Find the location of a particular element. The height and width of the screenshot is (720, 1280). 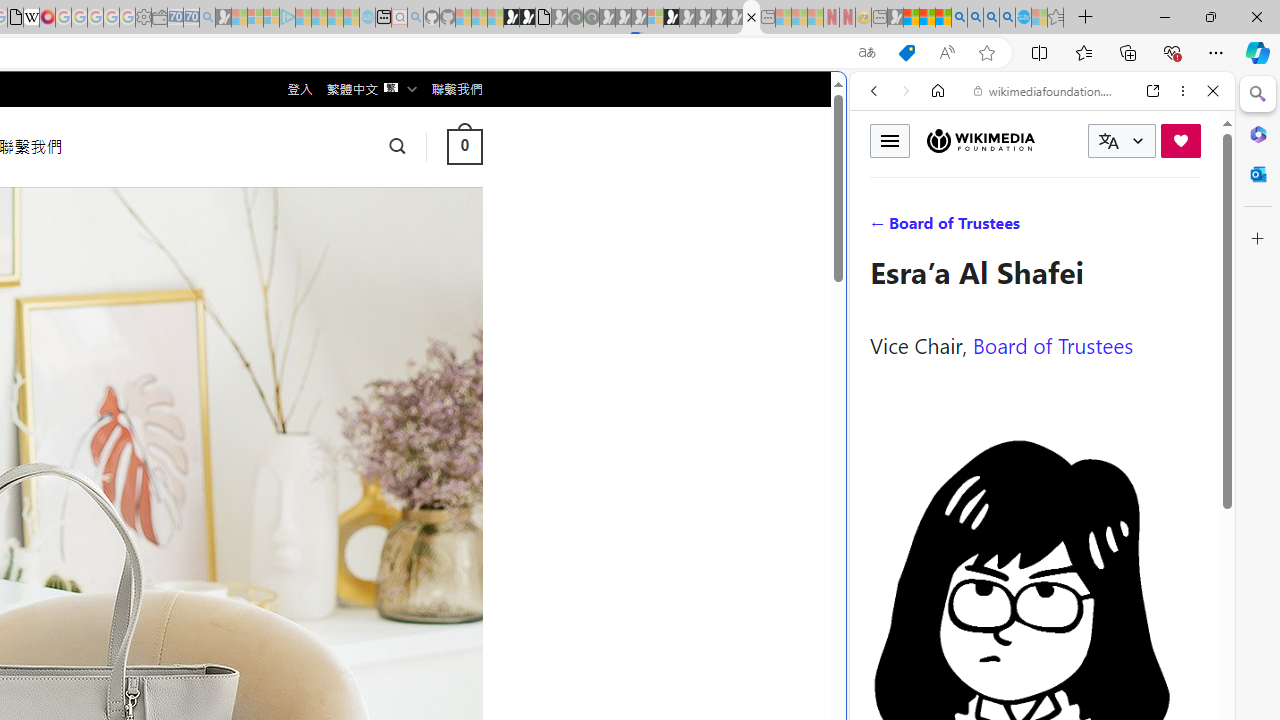

'Toggle menu' is located at coordinates (889, 139).